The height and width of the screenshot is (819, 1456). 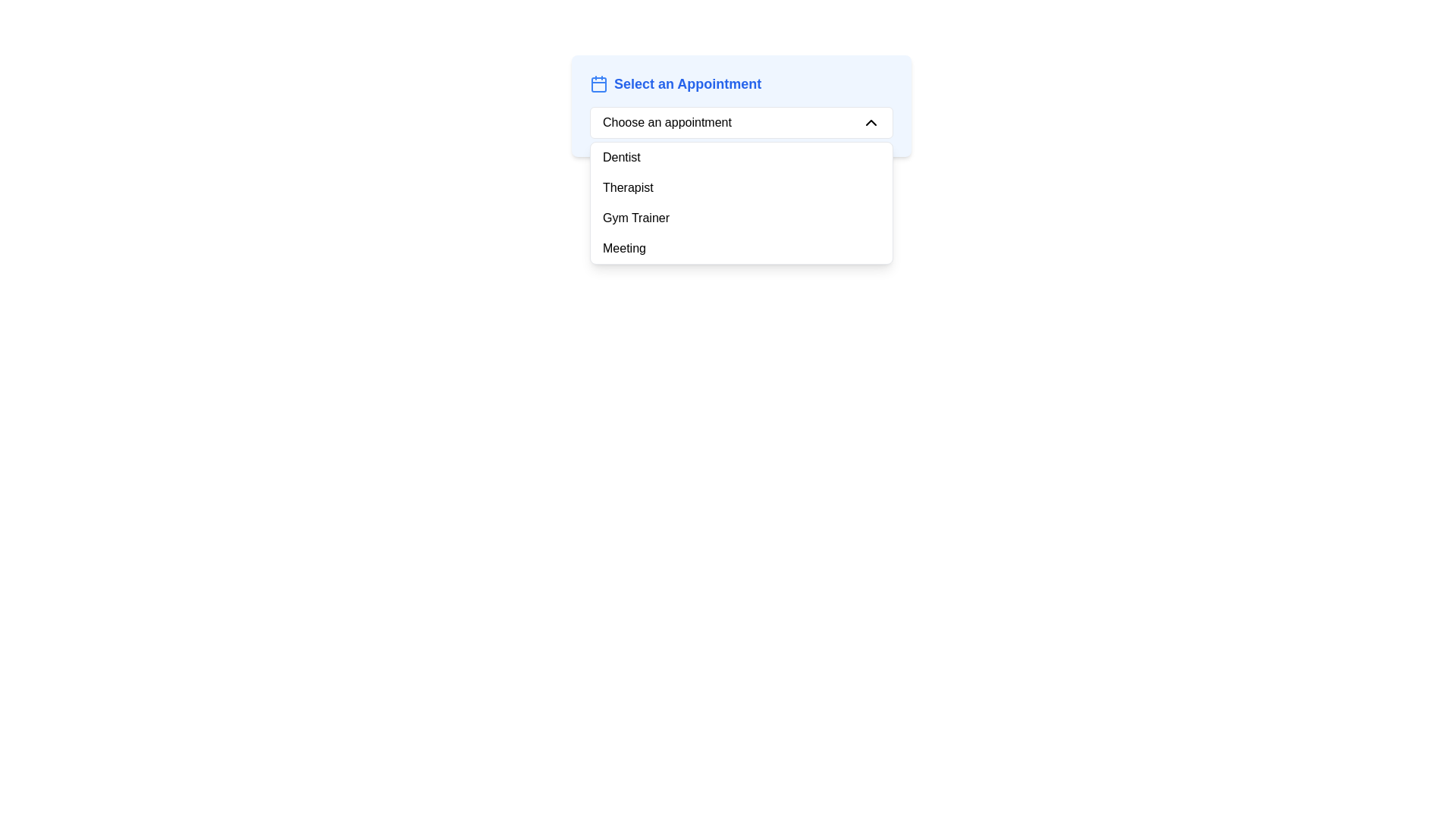 I want to click on the 'Therapist' menu item, which is the second option in the dropdown menu located below 'Dentist' and above 'Gym Trainer', so click(x=742, y=187).